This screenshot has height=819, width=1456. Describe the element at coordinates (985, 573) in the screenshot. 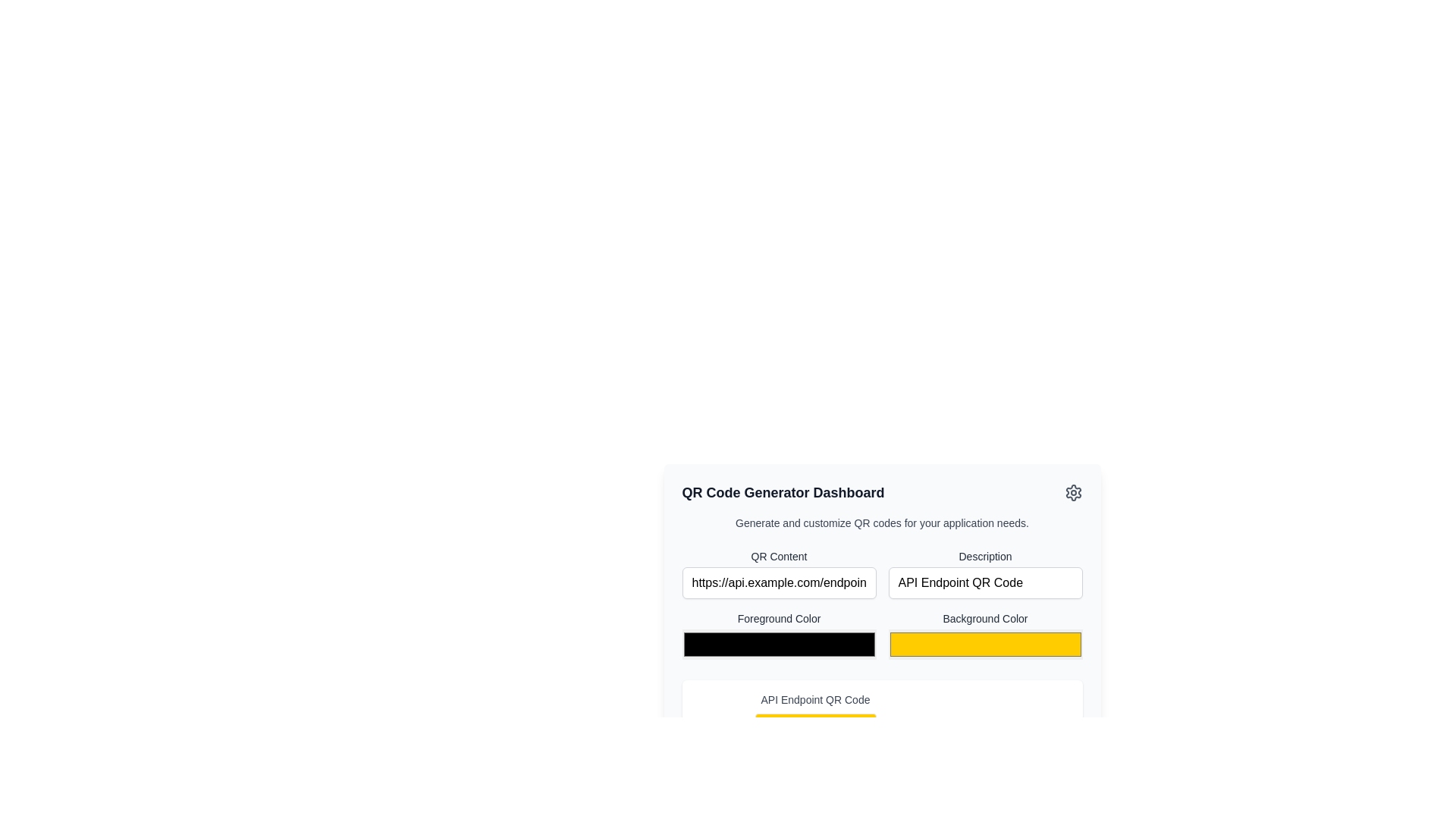

I see `the text input field used for inputting the description associated with the QR code to focus on it` at that location.